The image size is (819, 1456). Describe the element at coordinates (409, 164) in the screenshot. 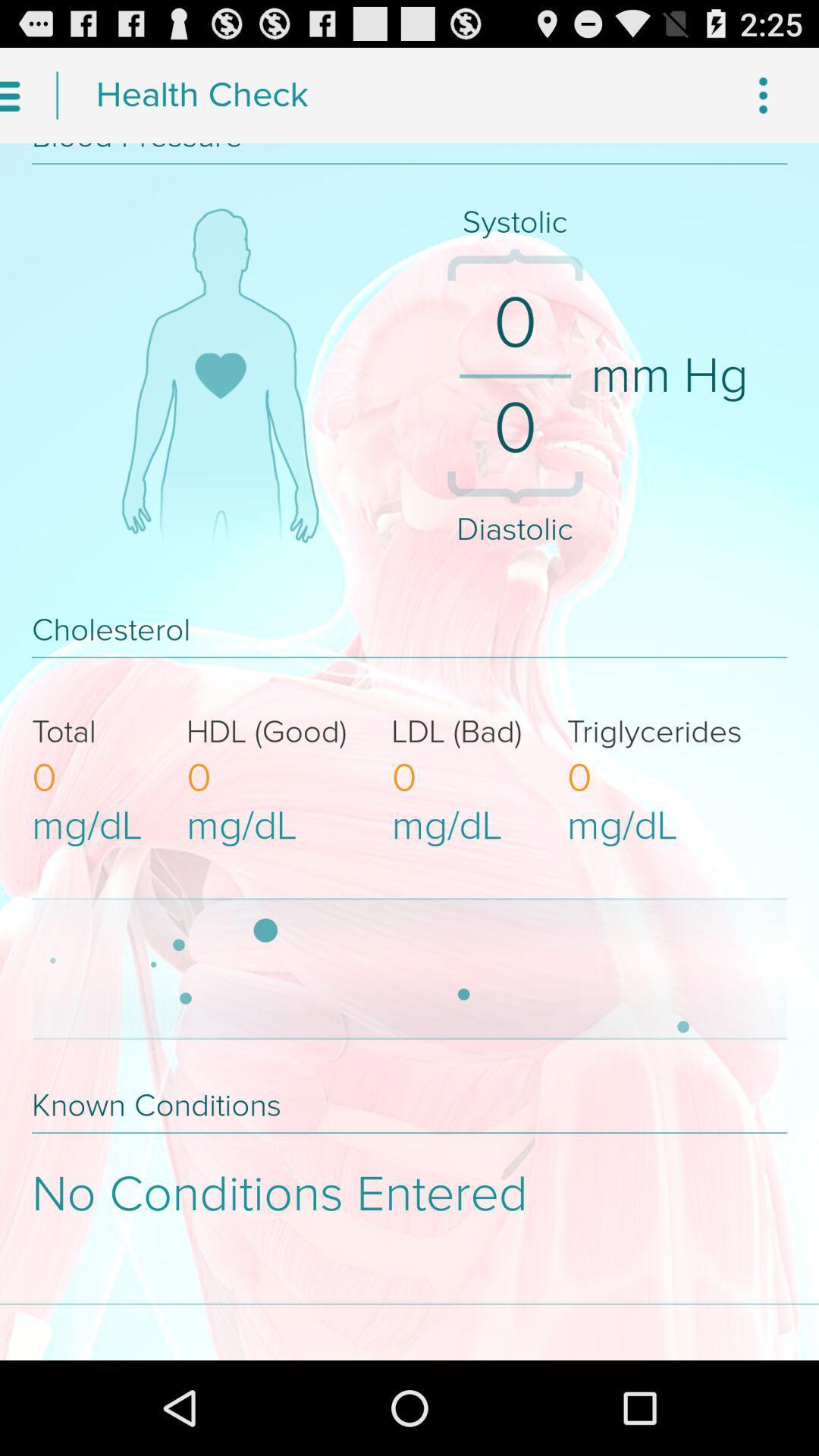

I see `the horizontal line above systolic` at that location.